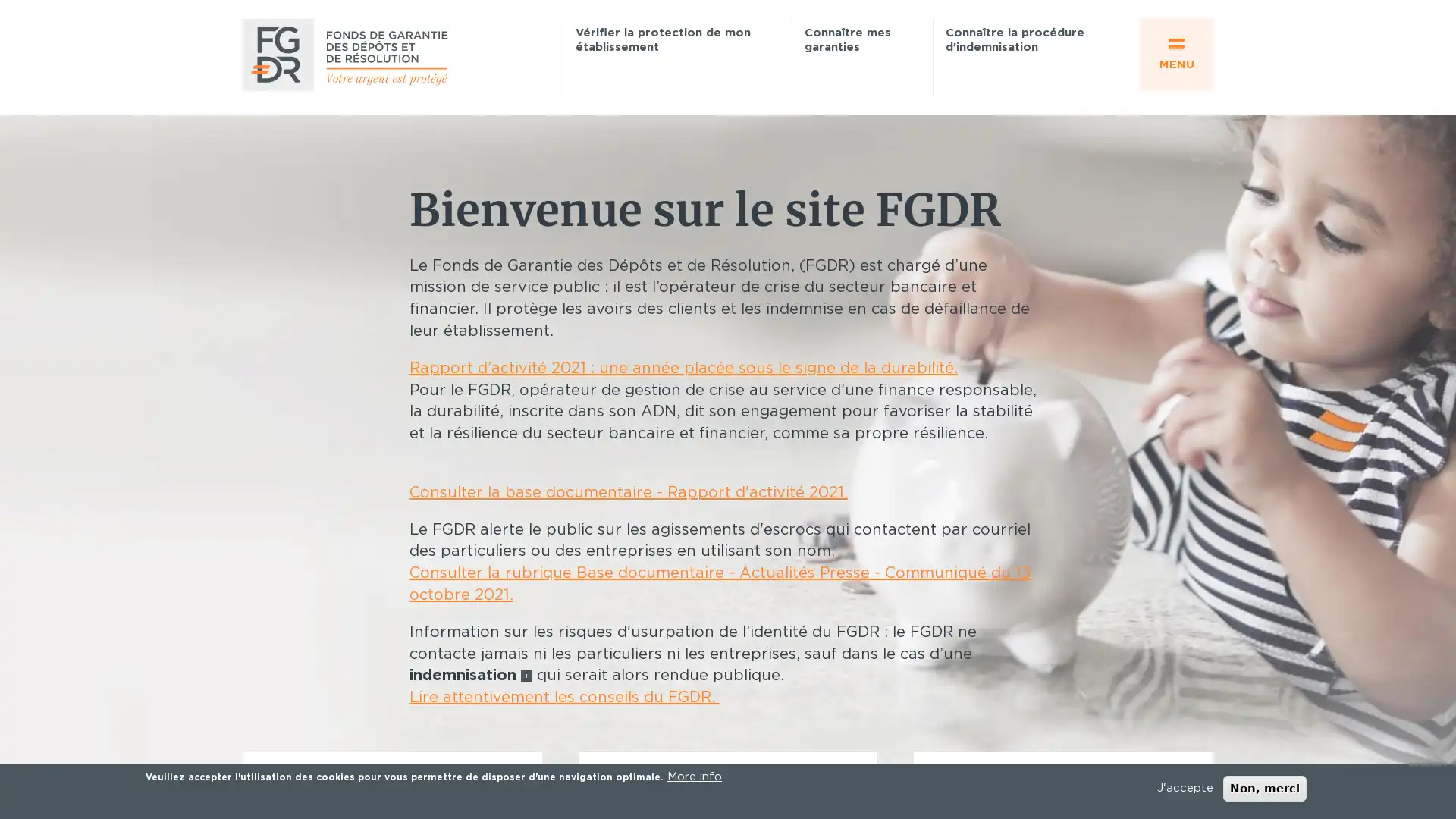 This screenshot has width=1456, height=819. What do you see at coordinates (1175, 54) in the screenshot?
I see `MENU` at bounding box center [1175, 54].